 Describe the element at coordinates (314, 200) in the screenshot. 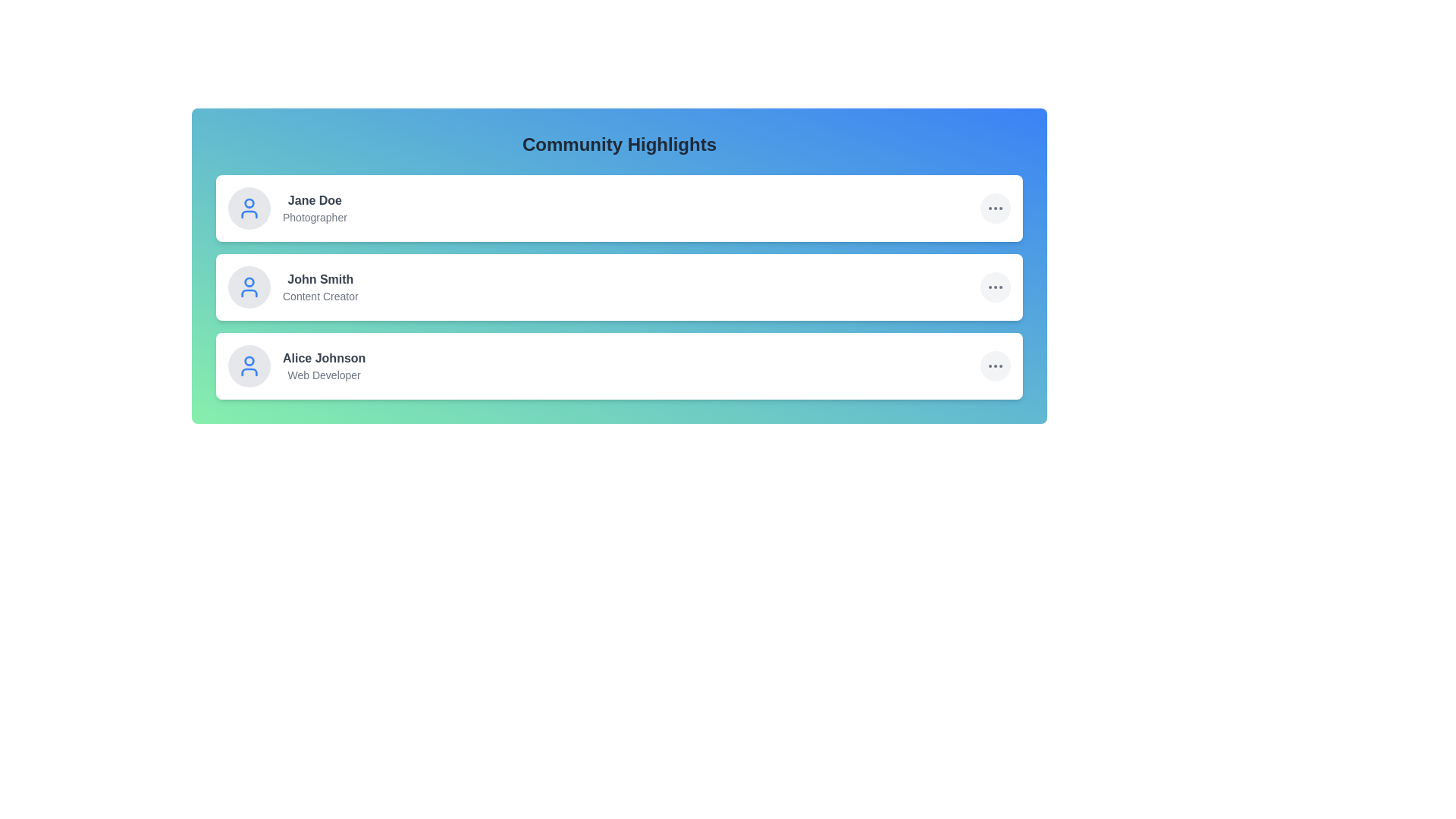

I see `text of the label displaying the name of the individual associated with the user profile, located at the top-left corner of the first user profile item` at that location.